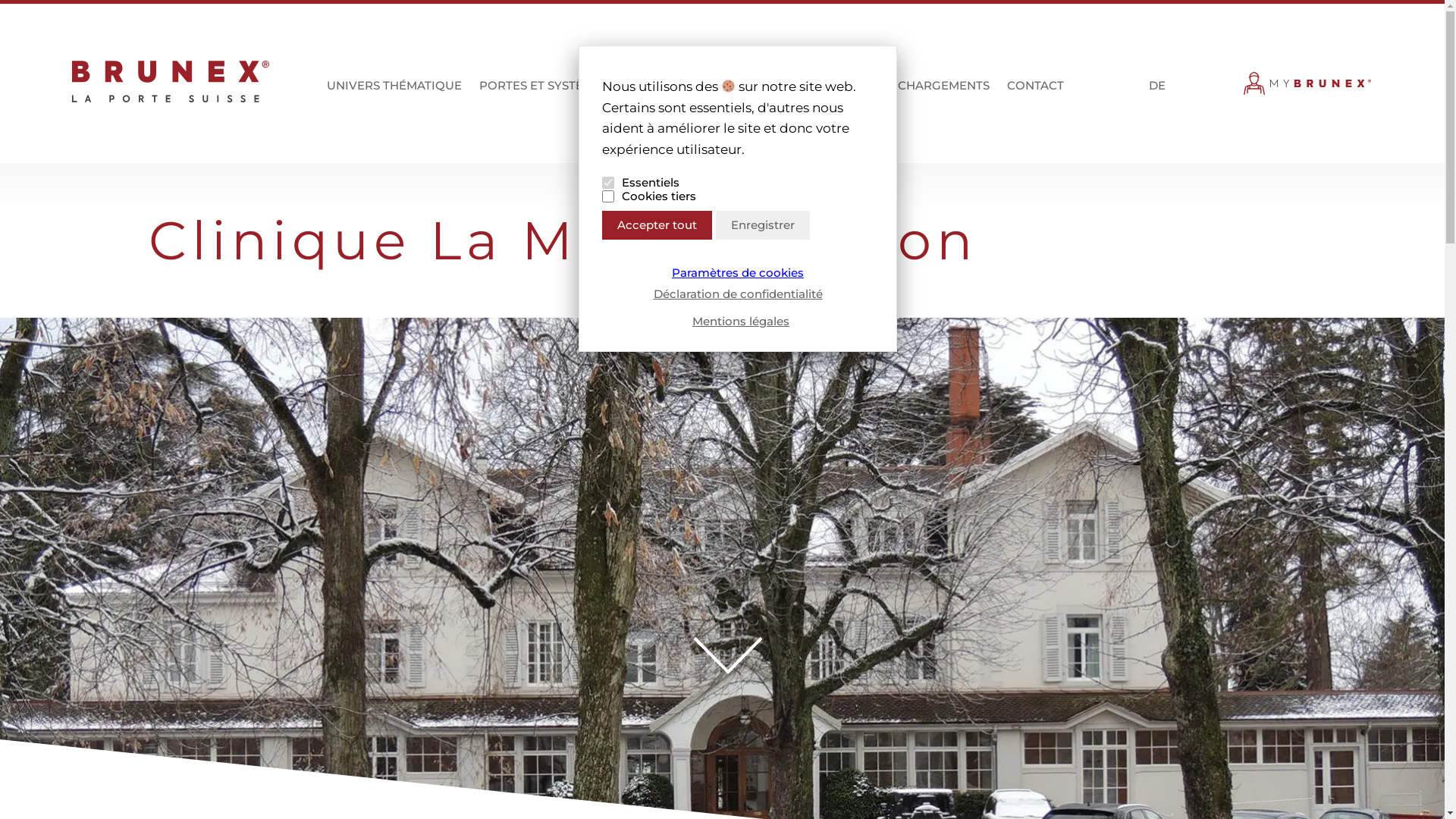  I want to click on 'ENTREPRISE', so click(777, 93).